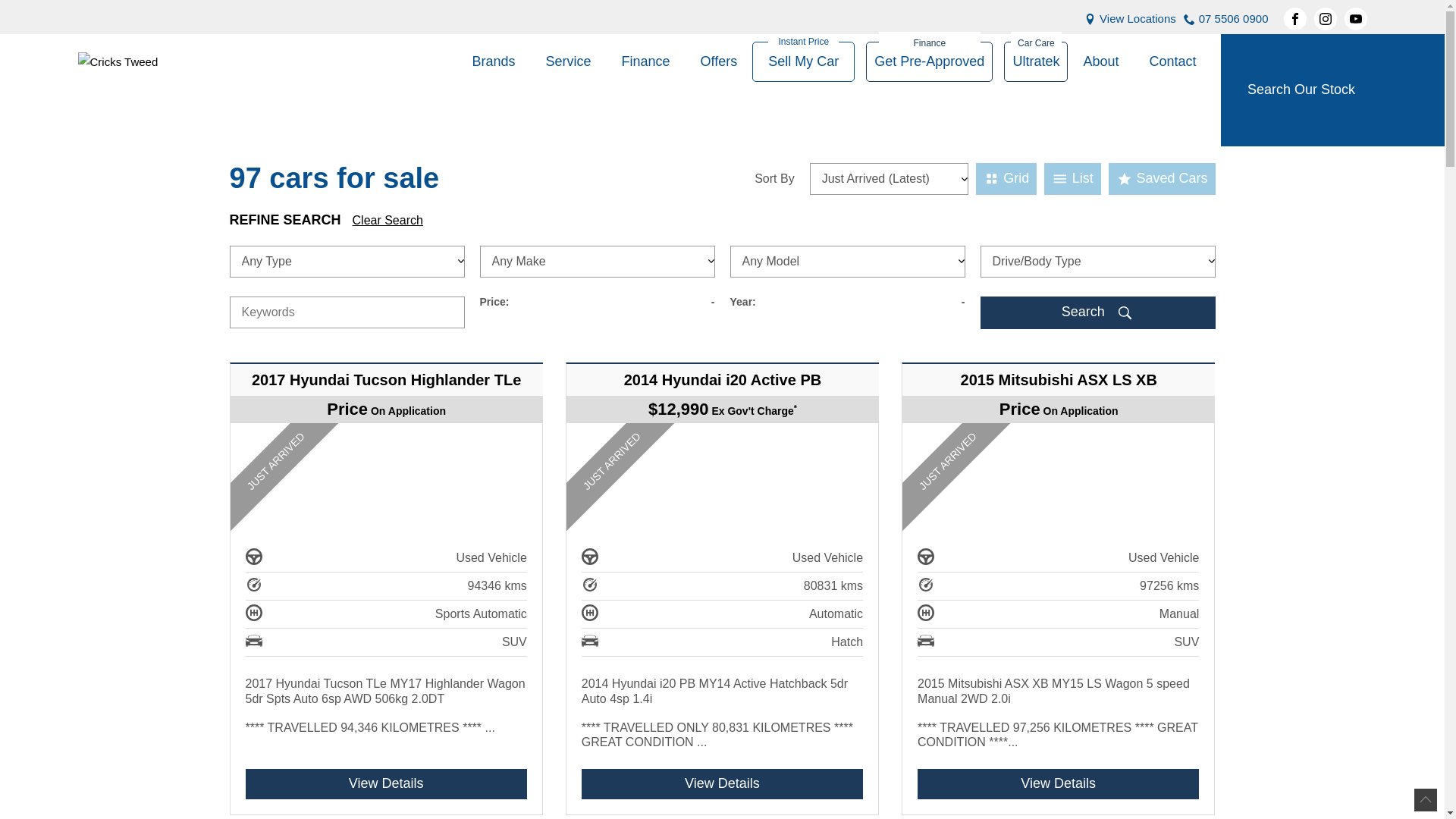 The image size is (1456, 819). I want to click on 'About', so click(1066, 61).